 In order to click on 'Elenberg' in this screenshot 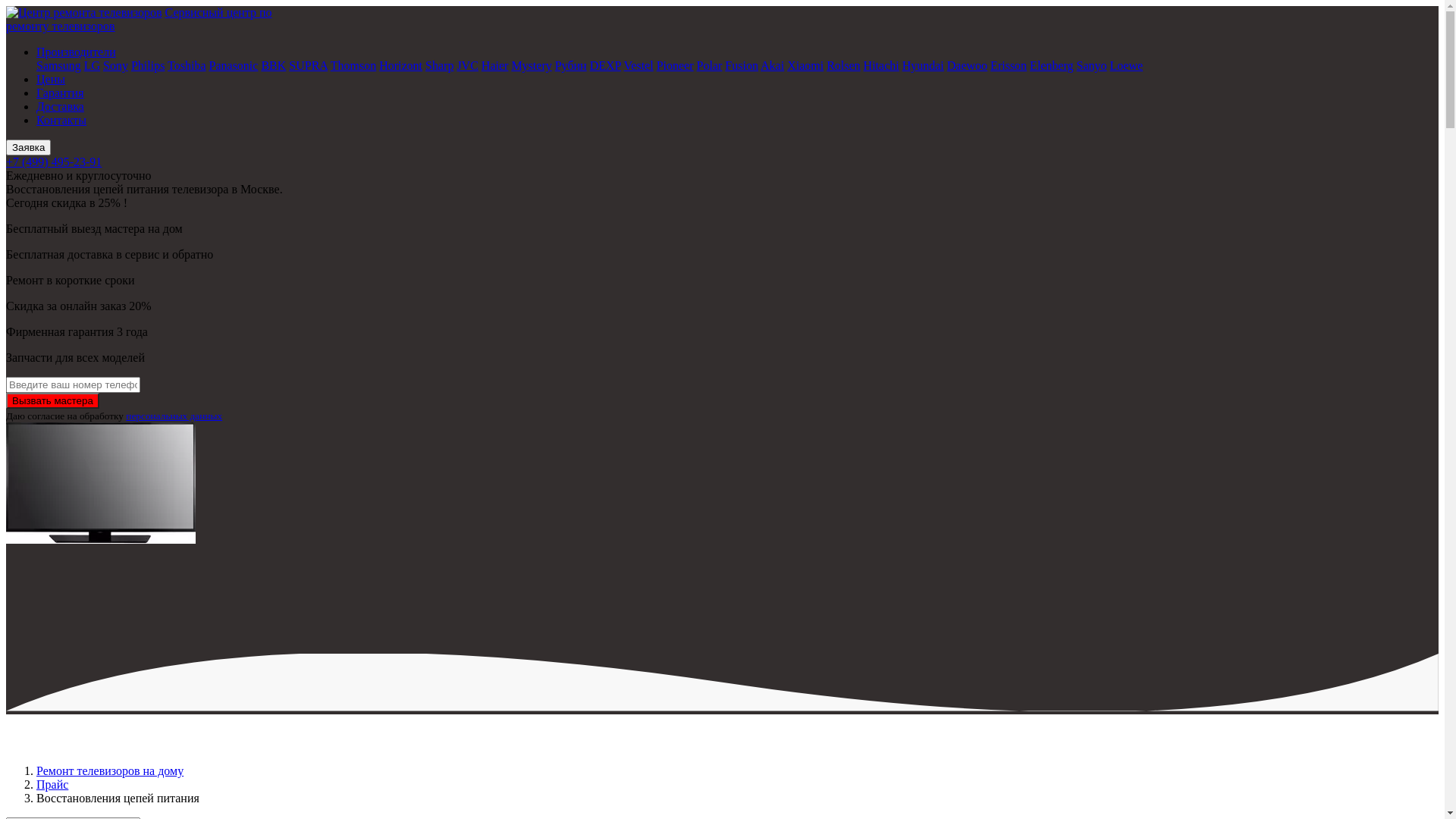, I will do `click(1050, 64)`.